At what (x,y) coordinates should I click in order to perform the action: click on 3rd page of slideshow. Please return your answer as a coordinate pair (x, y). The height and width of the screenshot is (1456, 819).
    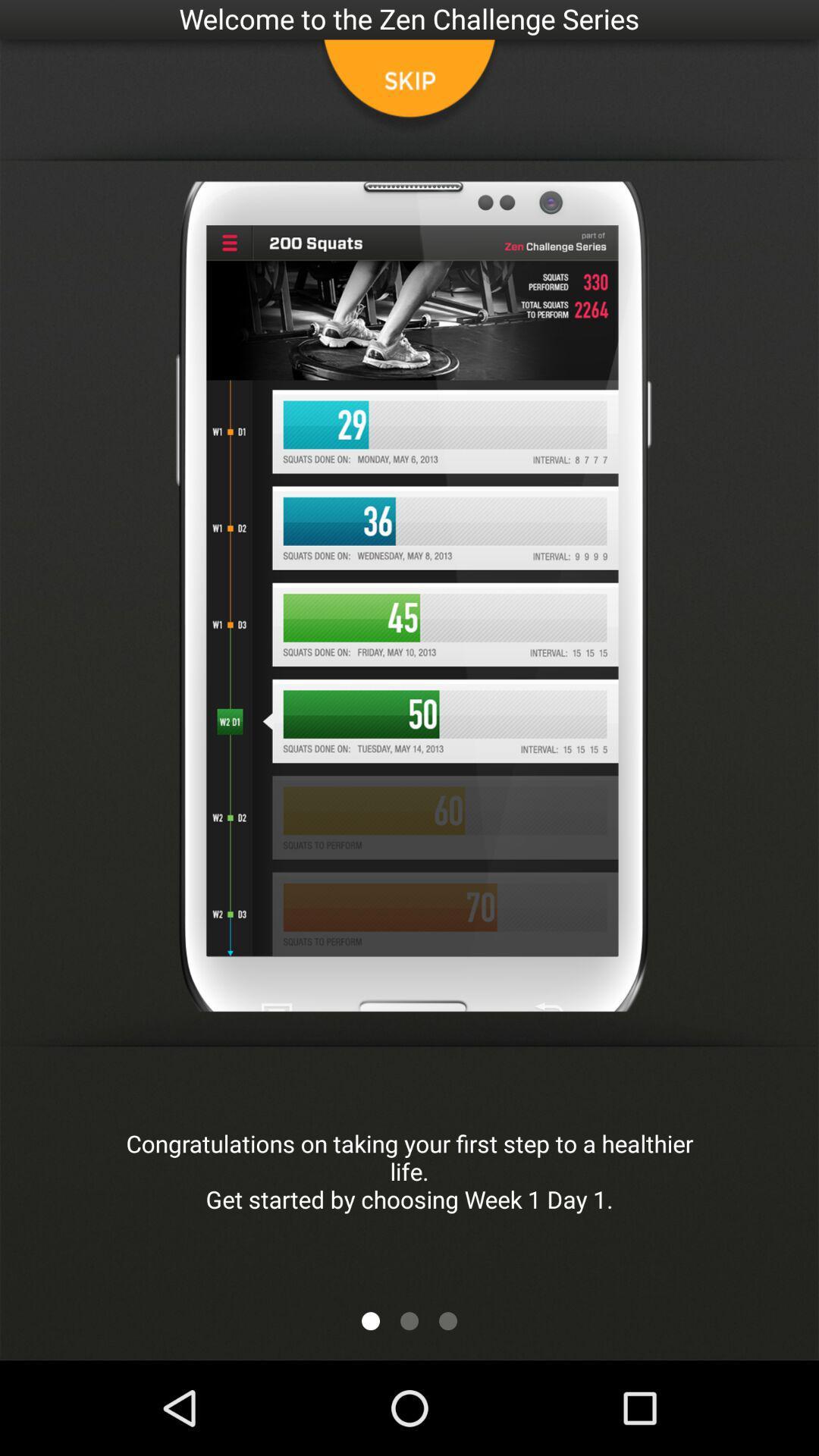
    Looking at the image, I should click on (447, 1320).